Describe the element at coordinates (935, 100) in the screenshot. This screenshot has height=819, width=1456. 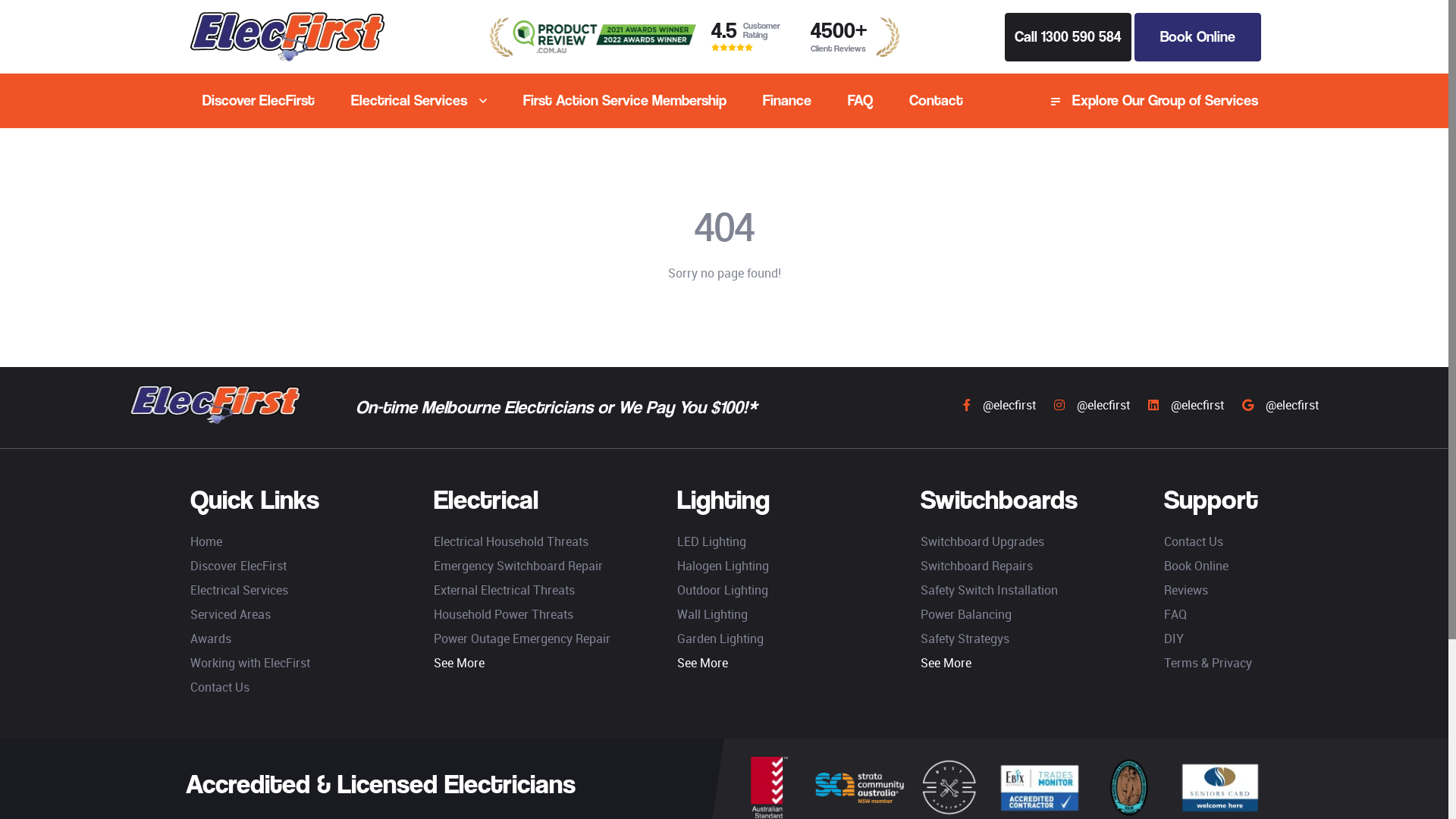
I see `'Contact'` at that location.